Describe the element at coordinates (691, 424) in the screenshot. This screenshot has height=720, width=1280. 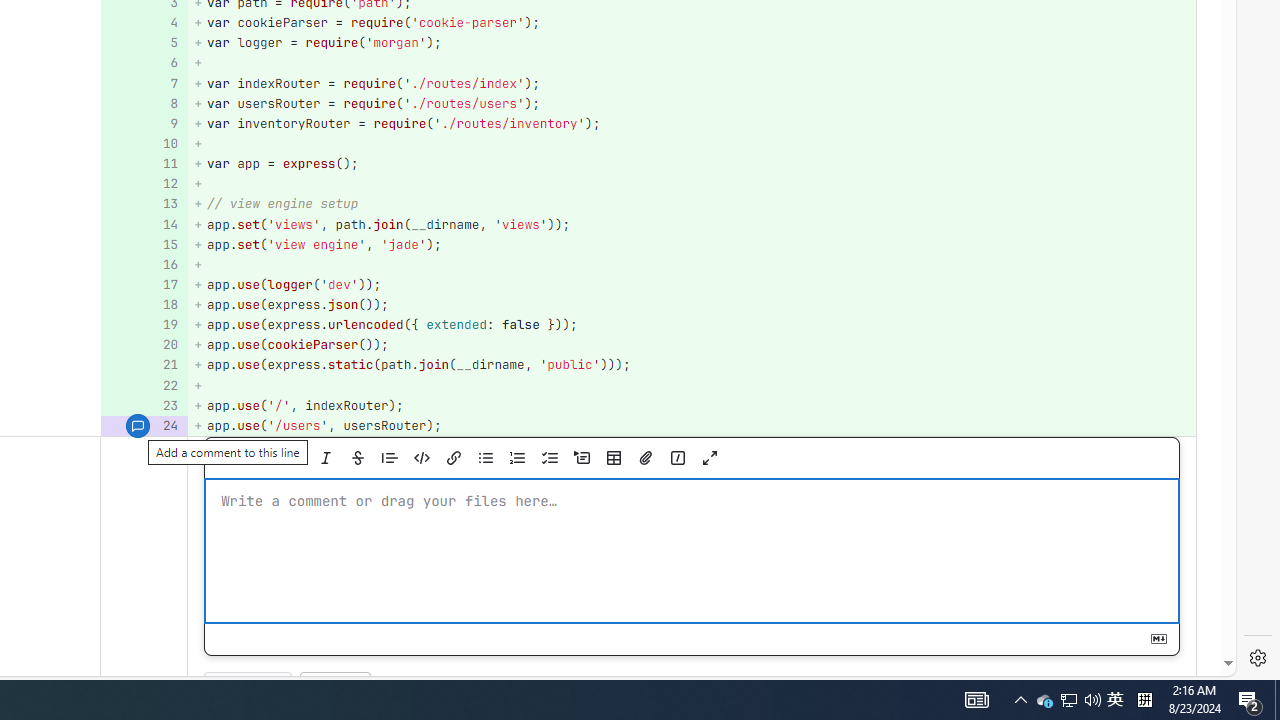
I see `'+ app.use('` at that location.